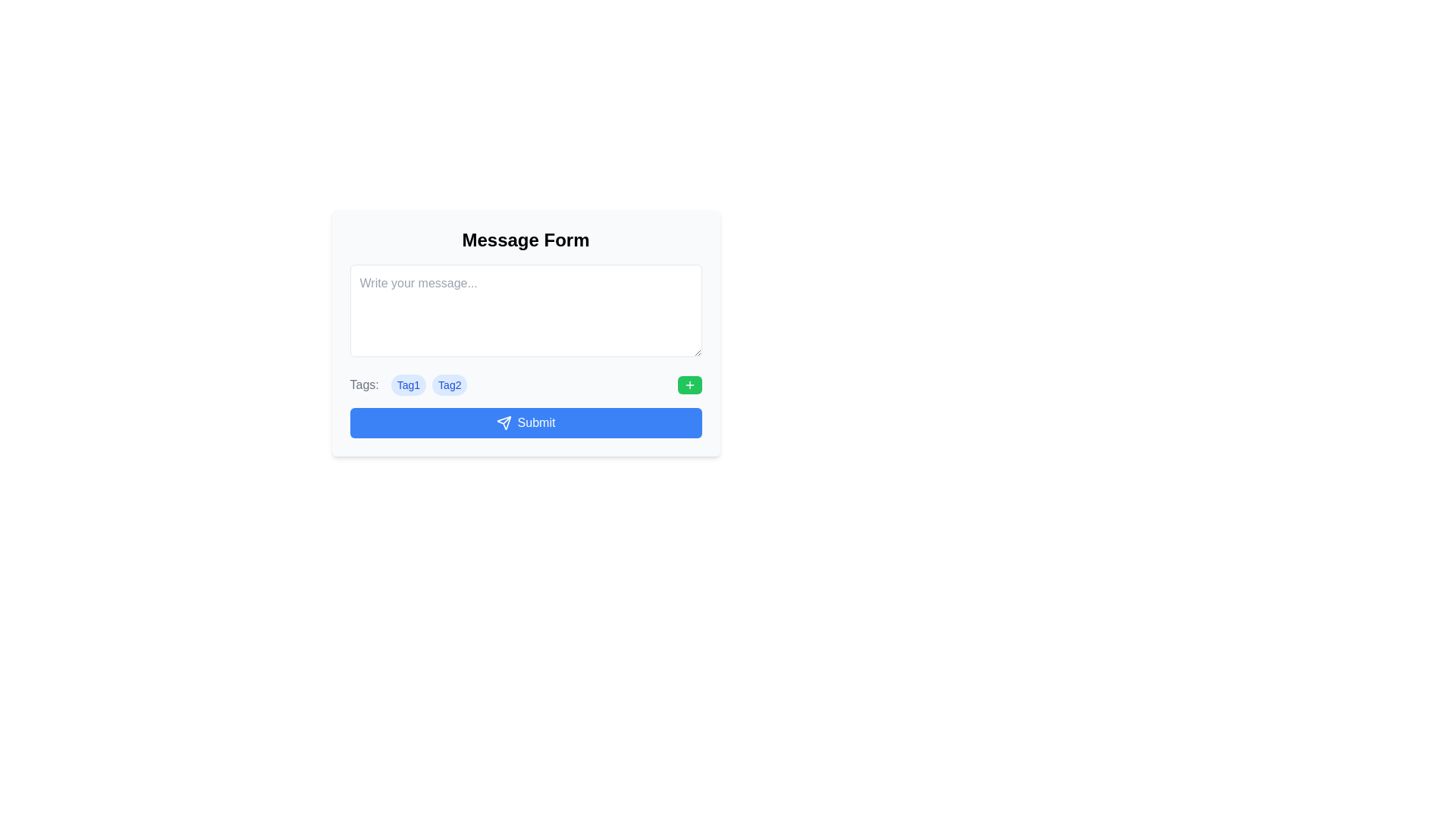  I want to click on the 'send' icon, which is styled as a paper airplane outline located to the left of the 'Submit' button text, so click(504, 423).